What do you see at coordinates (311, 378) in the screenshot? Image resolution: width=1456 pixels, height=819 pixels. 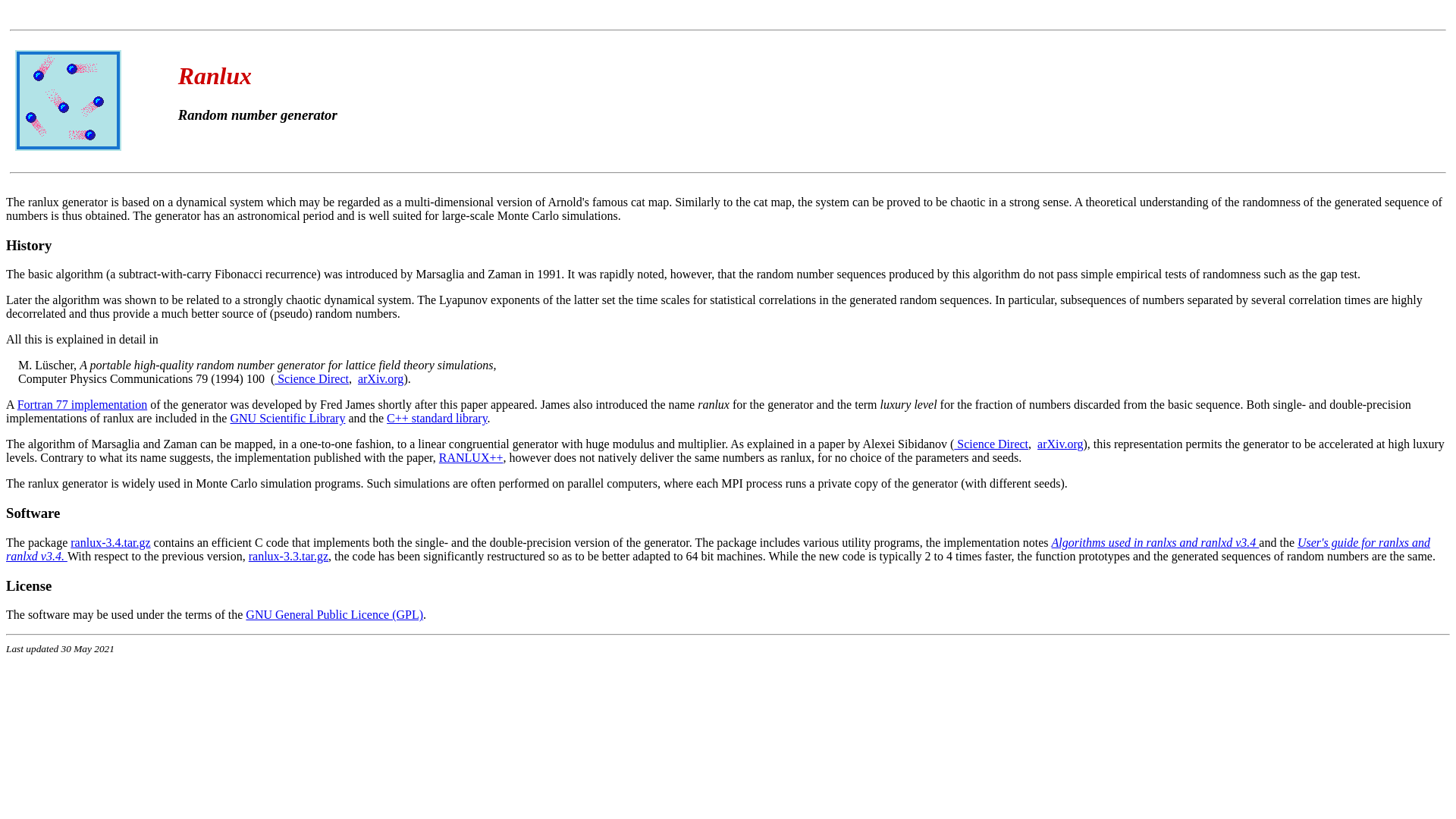 I see `'Science Direct'` at bounding box center [311, 378].